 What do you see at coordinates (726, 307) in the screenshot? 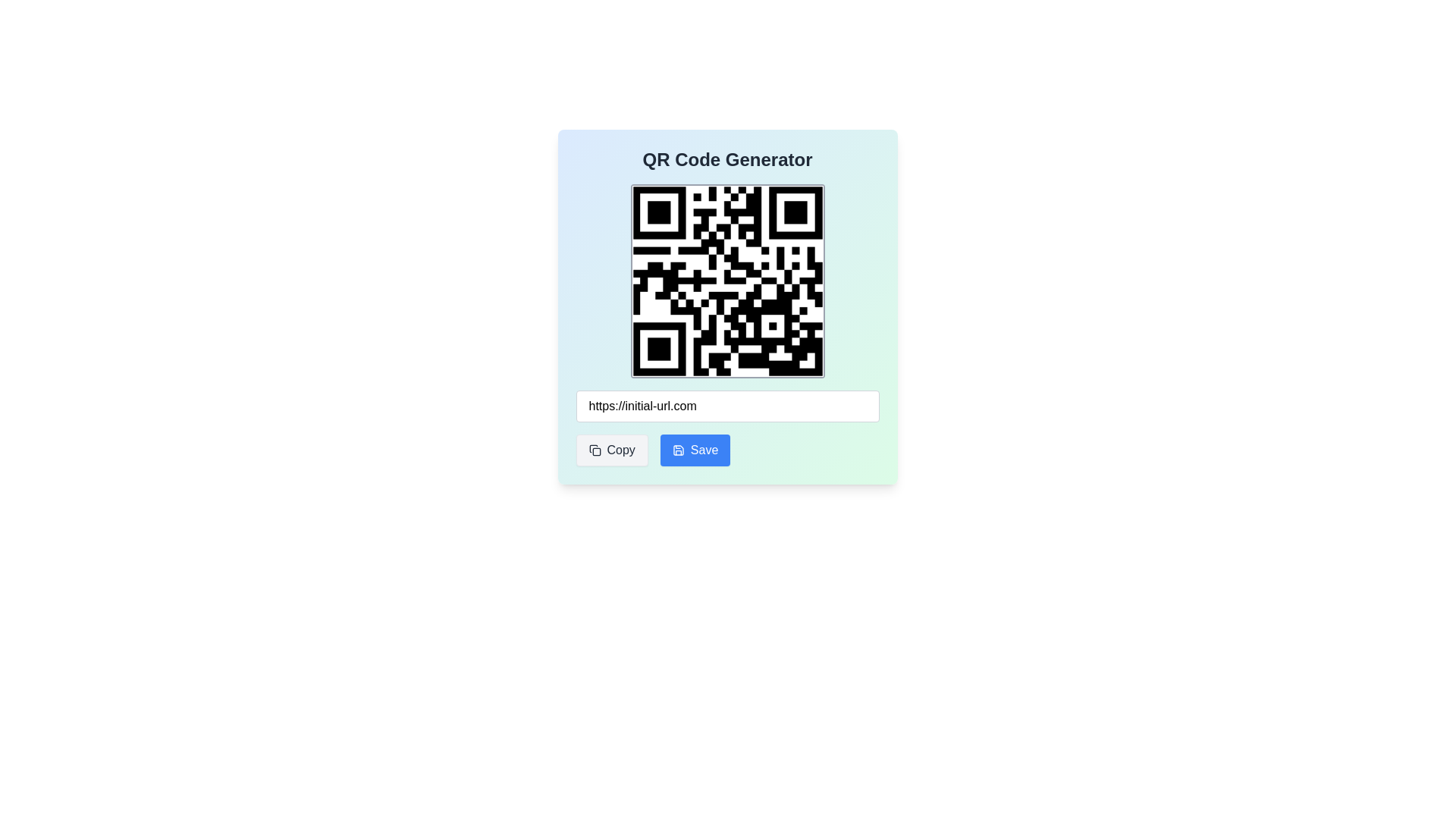
I see `the QR code display area of the QR code generator interface to view or analyze the QR code` at bounding box center [726, 307].